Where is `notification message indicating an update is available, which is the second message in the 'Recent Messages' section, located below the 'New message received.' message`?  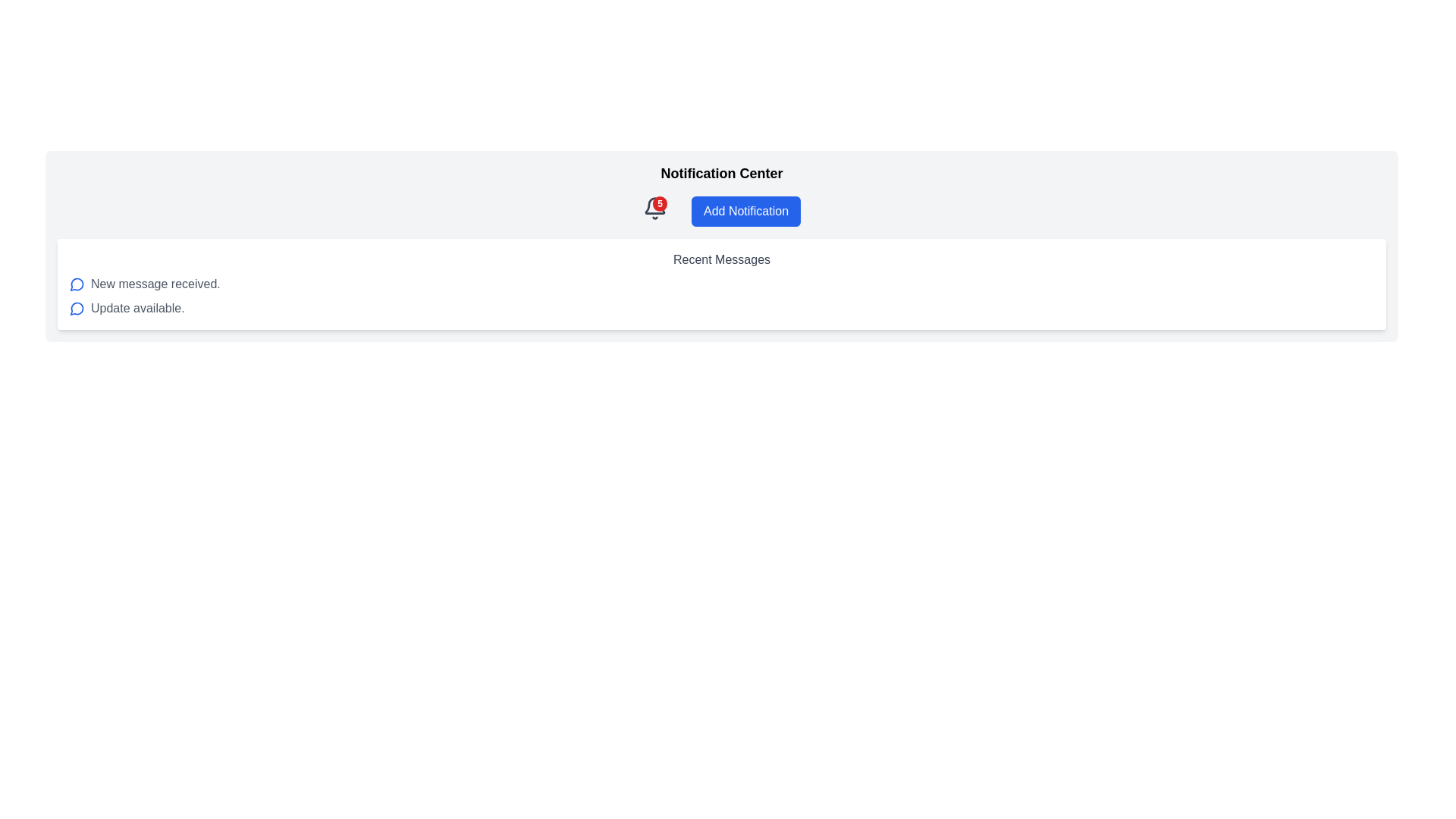
notification message indicating an update is available, which is the second message in the 'Recent Messages' section, located below the 'New message received.' message is located at coordinates (137, 308).